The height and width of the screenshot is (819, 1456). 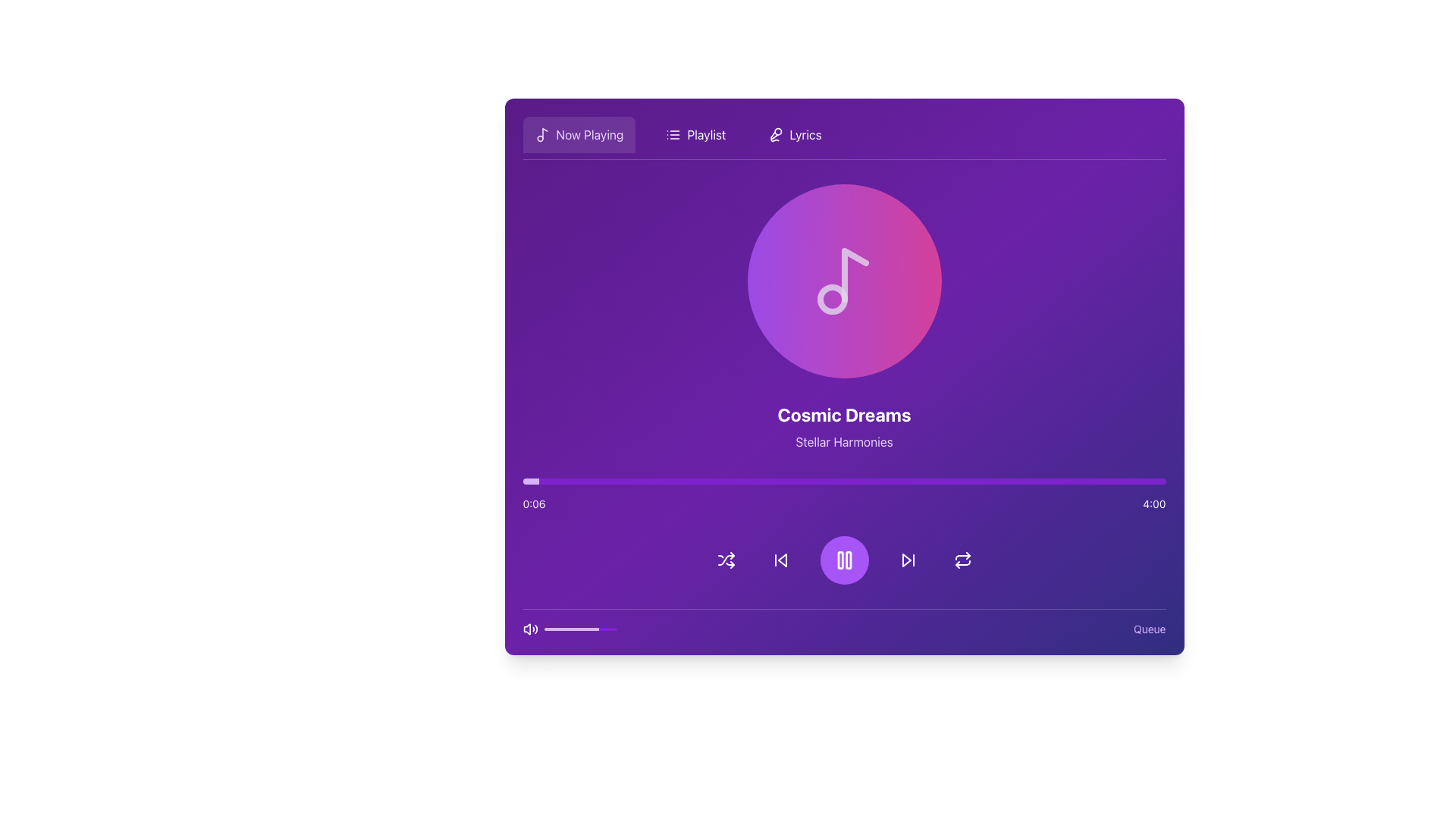 I want to click on playback progress, so click(x=896, y=482).